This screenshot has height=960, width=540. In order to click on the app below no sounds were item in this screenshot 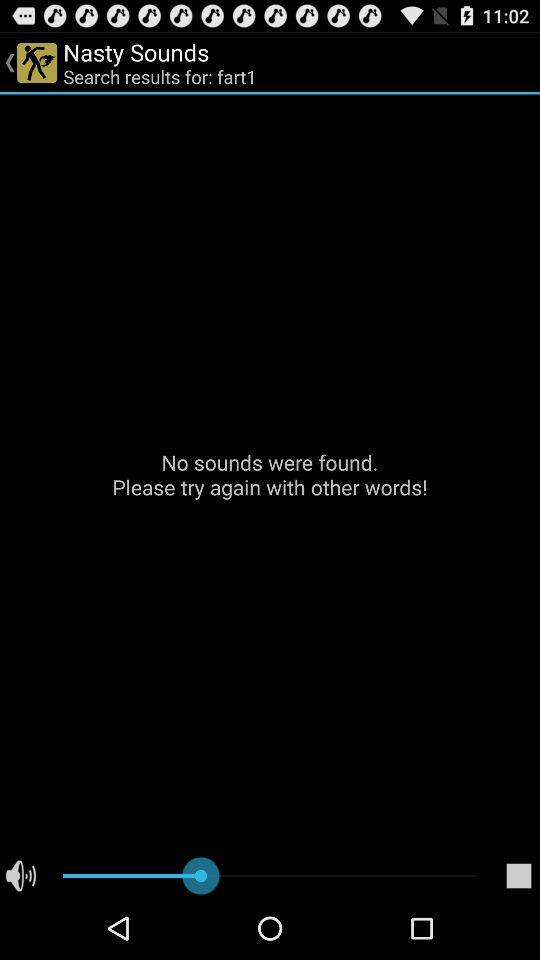, I will do `click(518, 875)`.